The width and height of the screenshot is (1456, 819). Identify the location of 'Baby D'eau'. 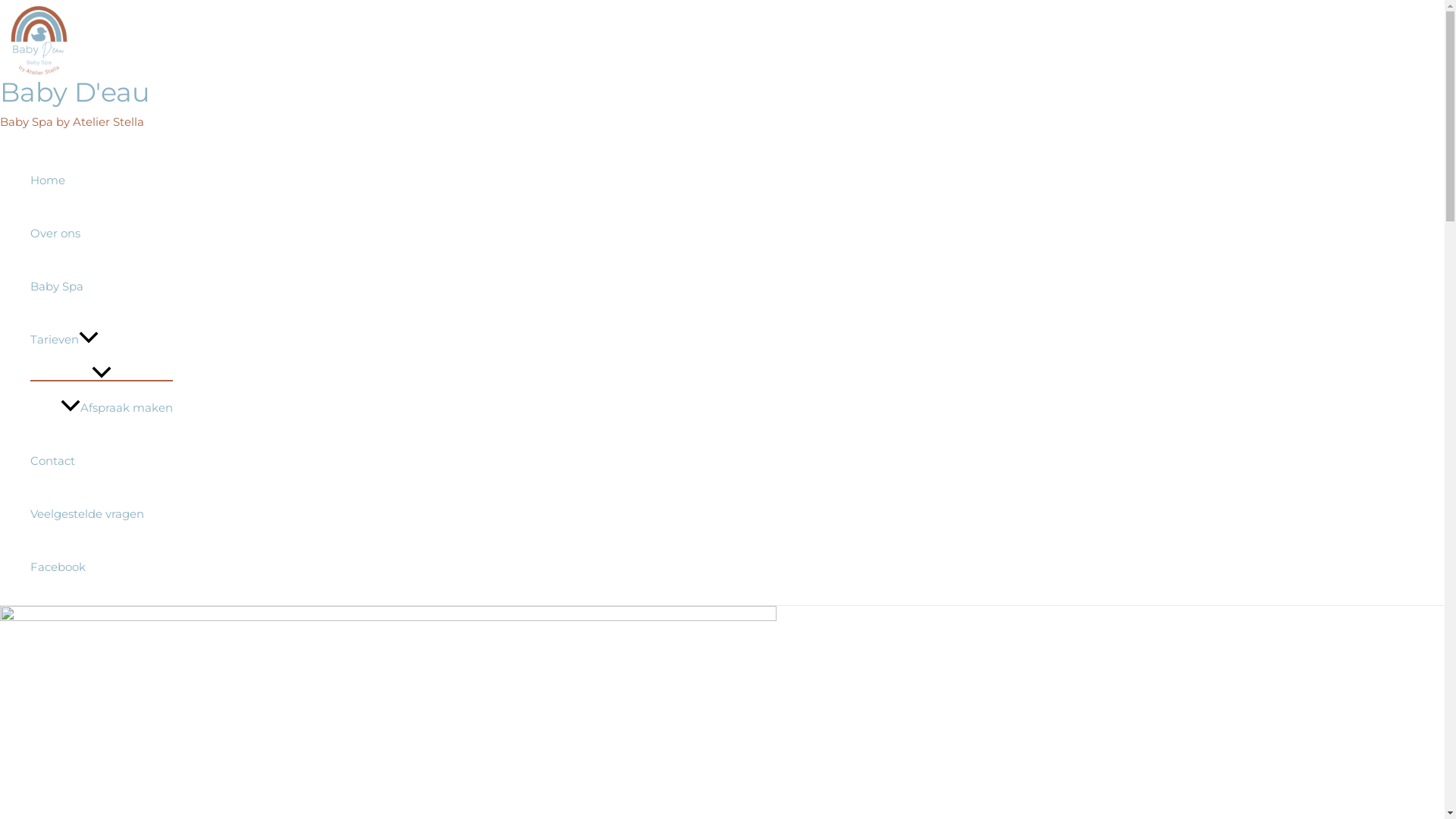
(74, 92).